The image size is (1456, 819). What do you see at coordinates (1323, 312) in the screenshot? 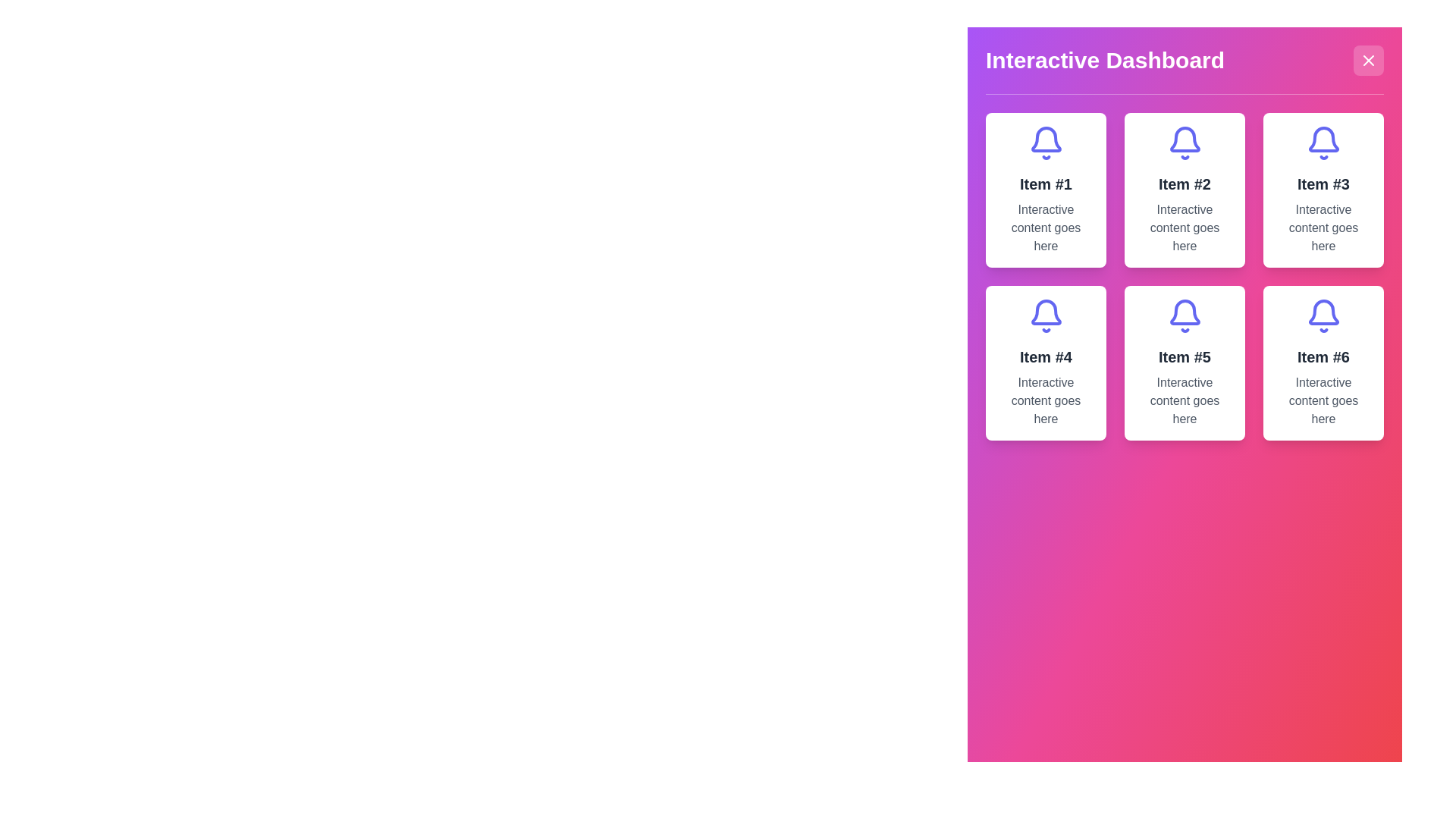
I see `the notification bell icon located at the top-center of the sixth card in a grid layout, which represents alerts or updates` at bounding box center [1323, 312].